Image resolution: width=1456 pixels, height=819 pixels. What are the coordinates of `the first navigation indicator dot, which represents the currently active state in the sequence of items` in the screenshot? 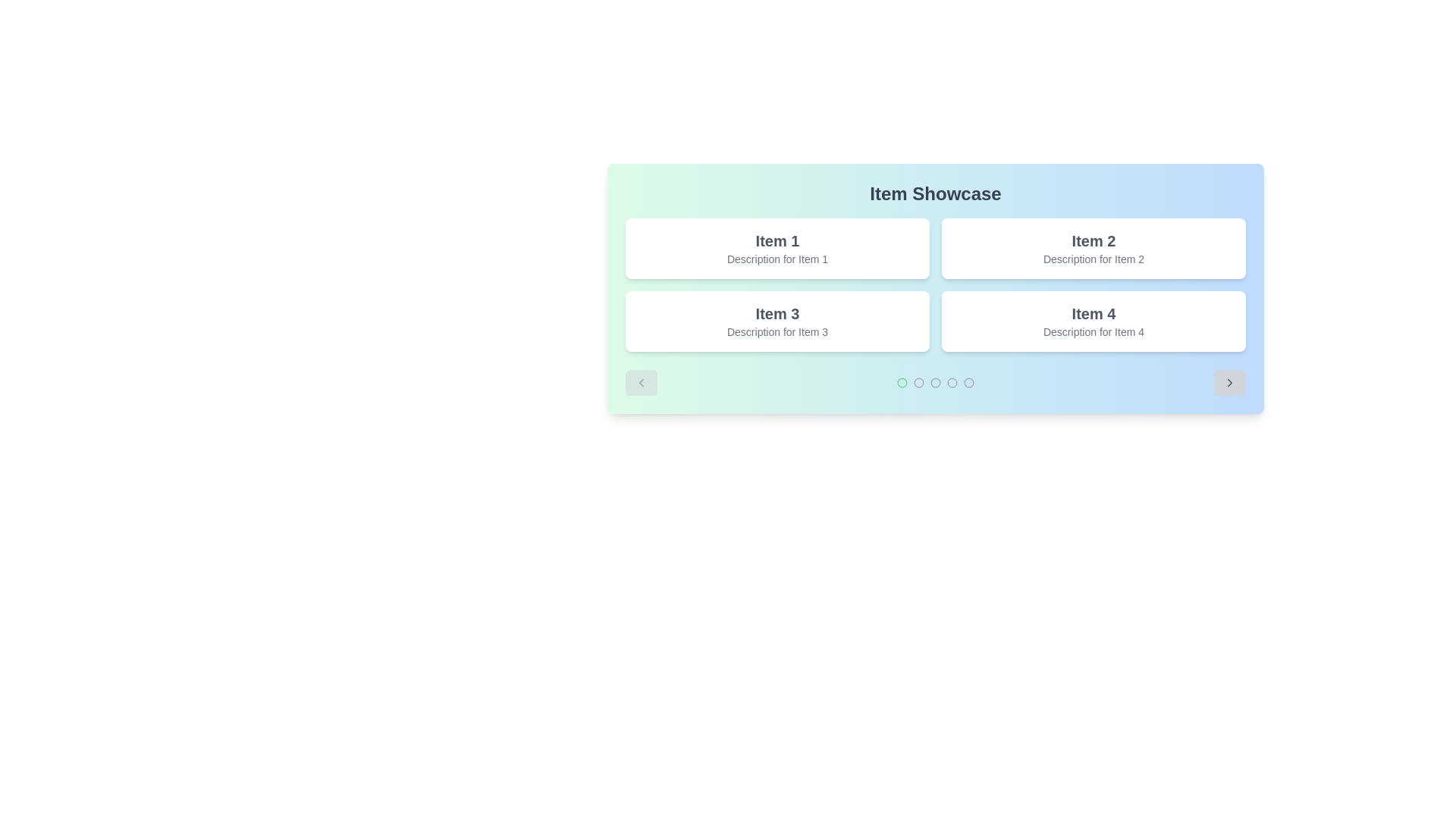 It's located at (902, 382).